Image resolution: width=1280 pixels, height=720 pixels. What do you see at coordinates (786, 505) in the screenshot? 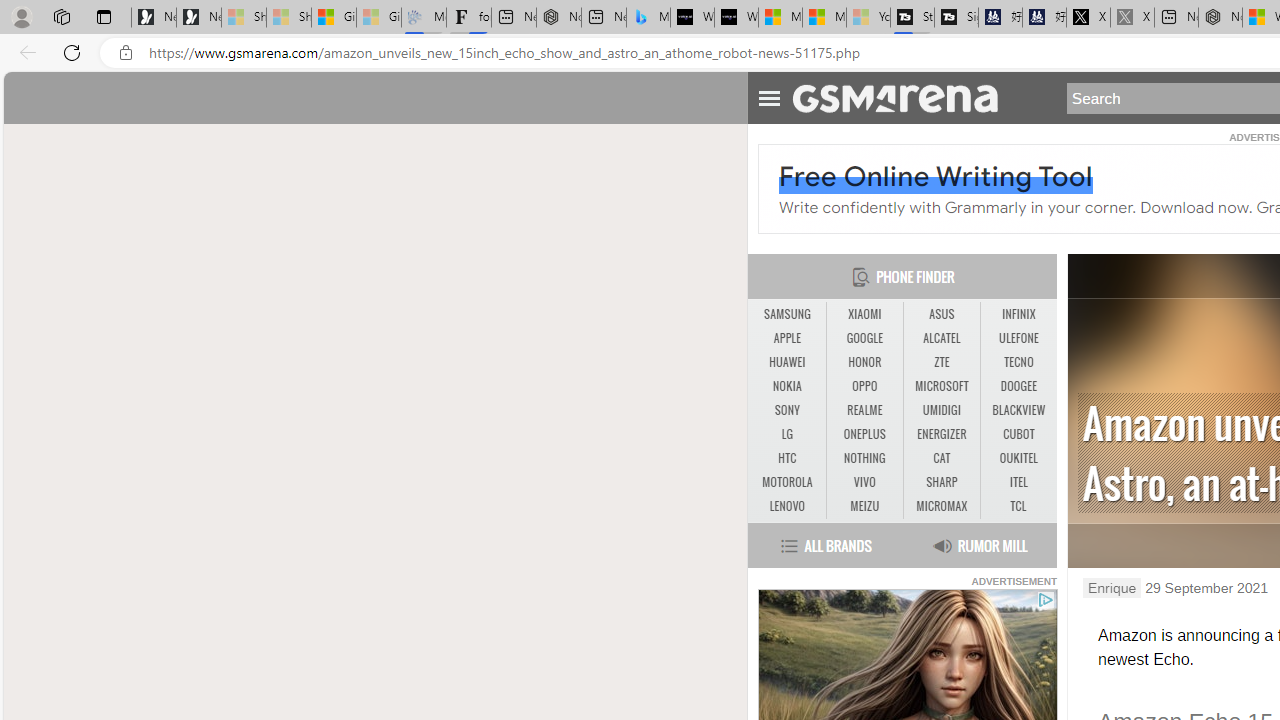
I see `'LENOVO'` at bounding box center [786, 505].